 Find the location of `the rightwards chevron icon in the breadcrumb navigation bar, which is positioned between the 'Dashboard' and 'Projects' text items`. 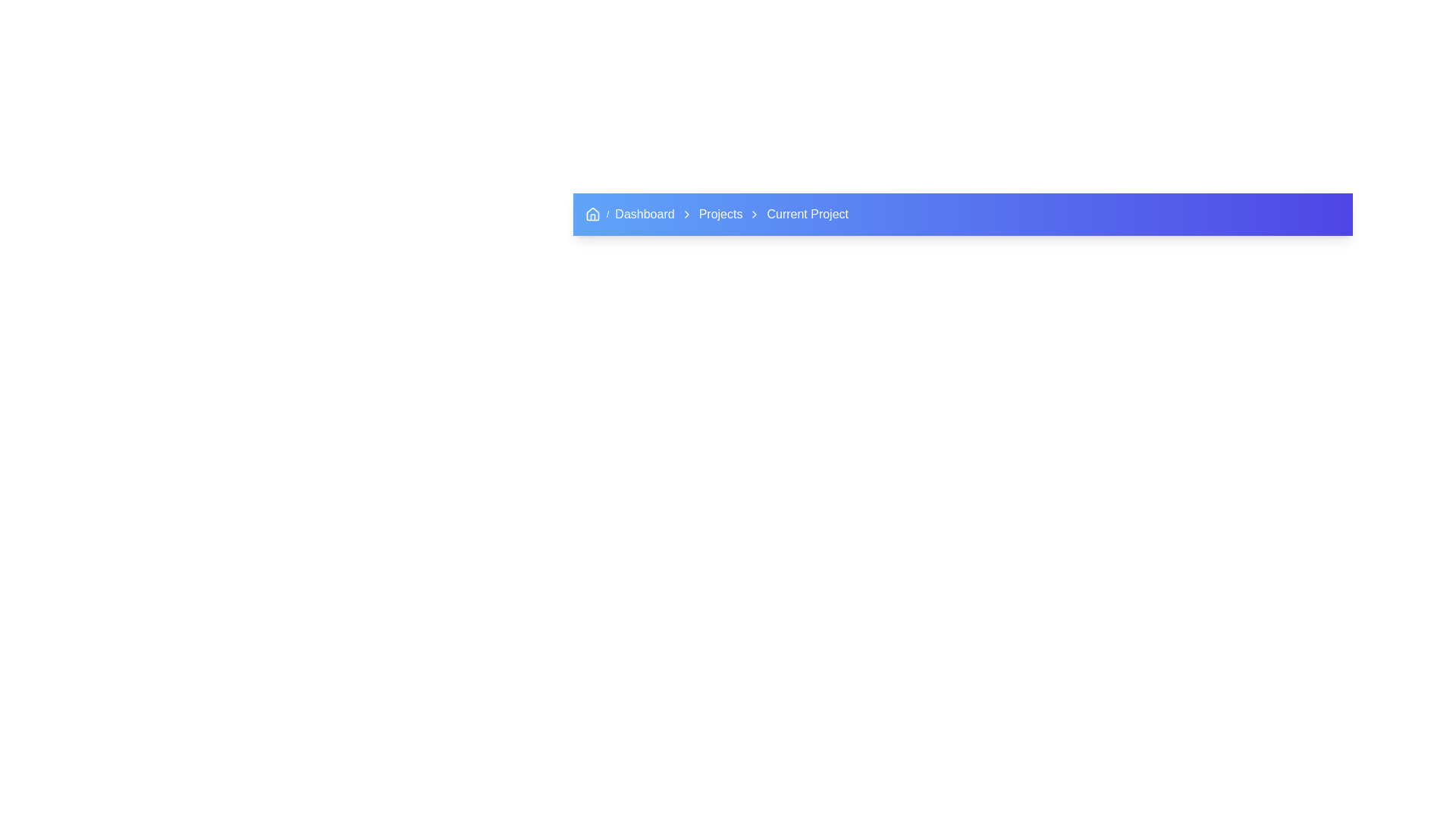

the rightwards chevron icon in the breadcrumb navigation bar, which is positioned between the 'Dashboard' and 'Projects' text items is located at coordinates (686, 214).